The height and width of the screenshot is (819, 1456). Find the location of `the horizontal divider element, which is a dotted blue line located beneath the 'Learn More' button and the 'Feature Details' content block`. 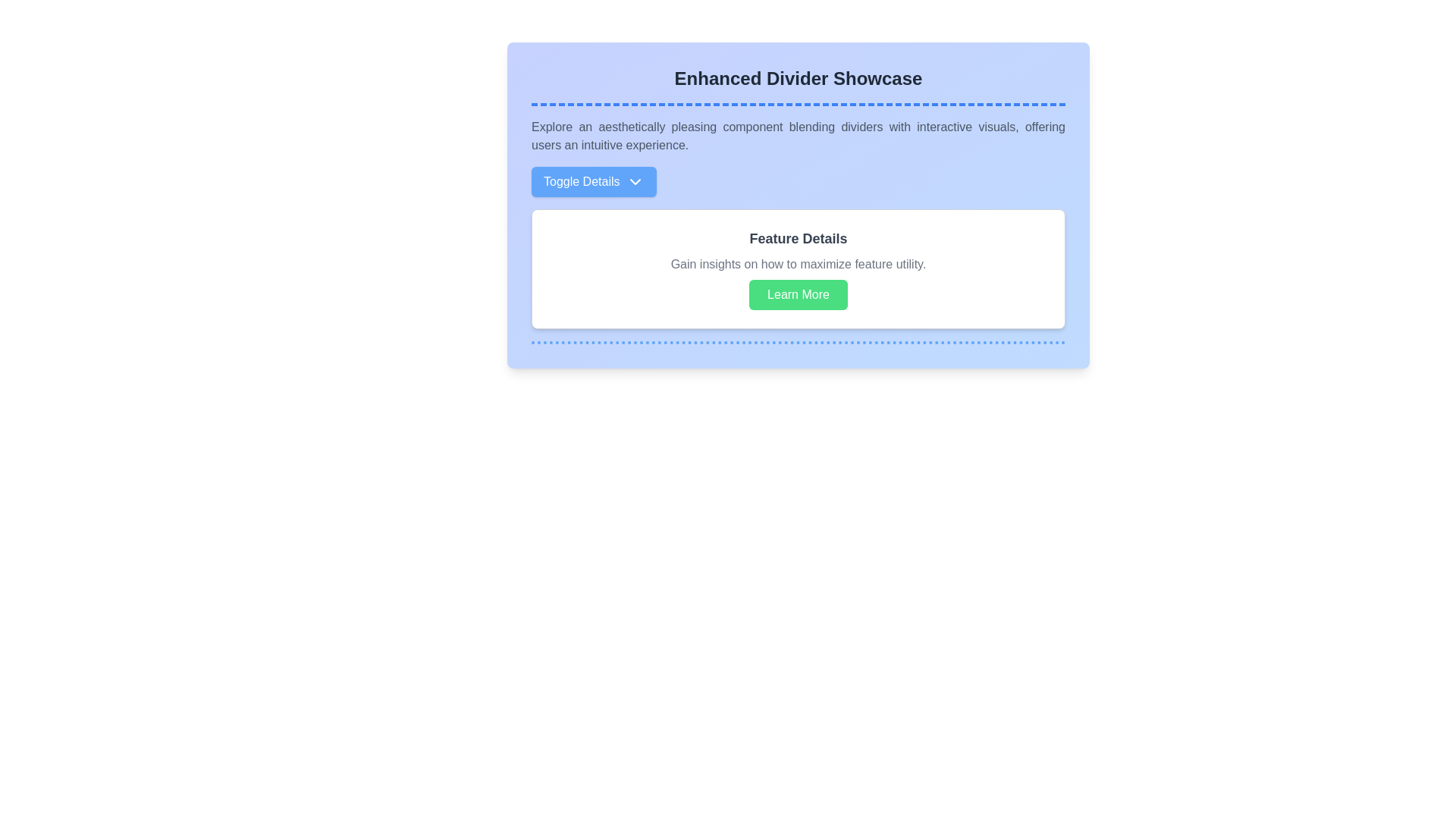

the horizontal divider element, which is a dotted blue line located beneath the 'Learn More' button and the 'Feature Details' content block is located at coordinates (797, 342).